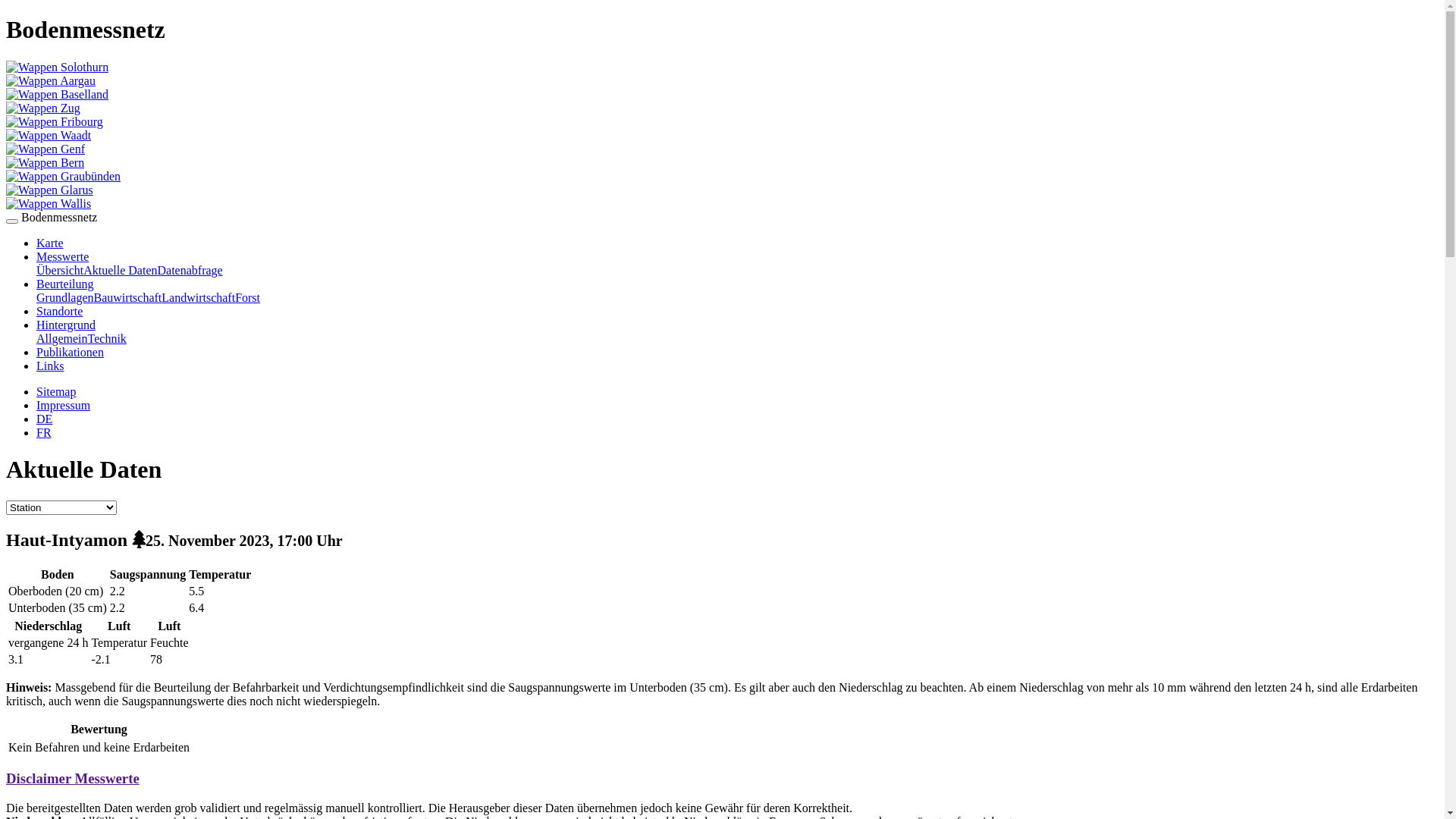  What do you see at coordinates (43, 432) in the screenshot?
I see `'FR'` at bounding box center [43, 432].